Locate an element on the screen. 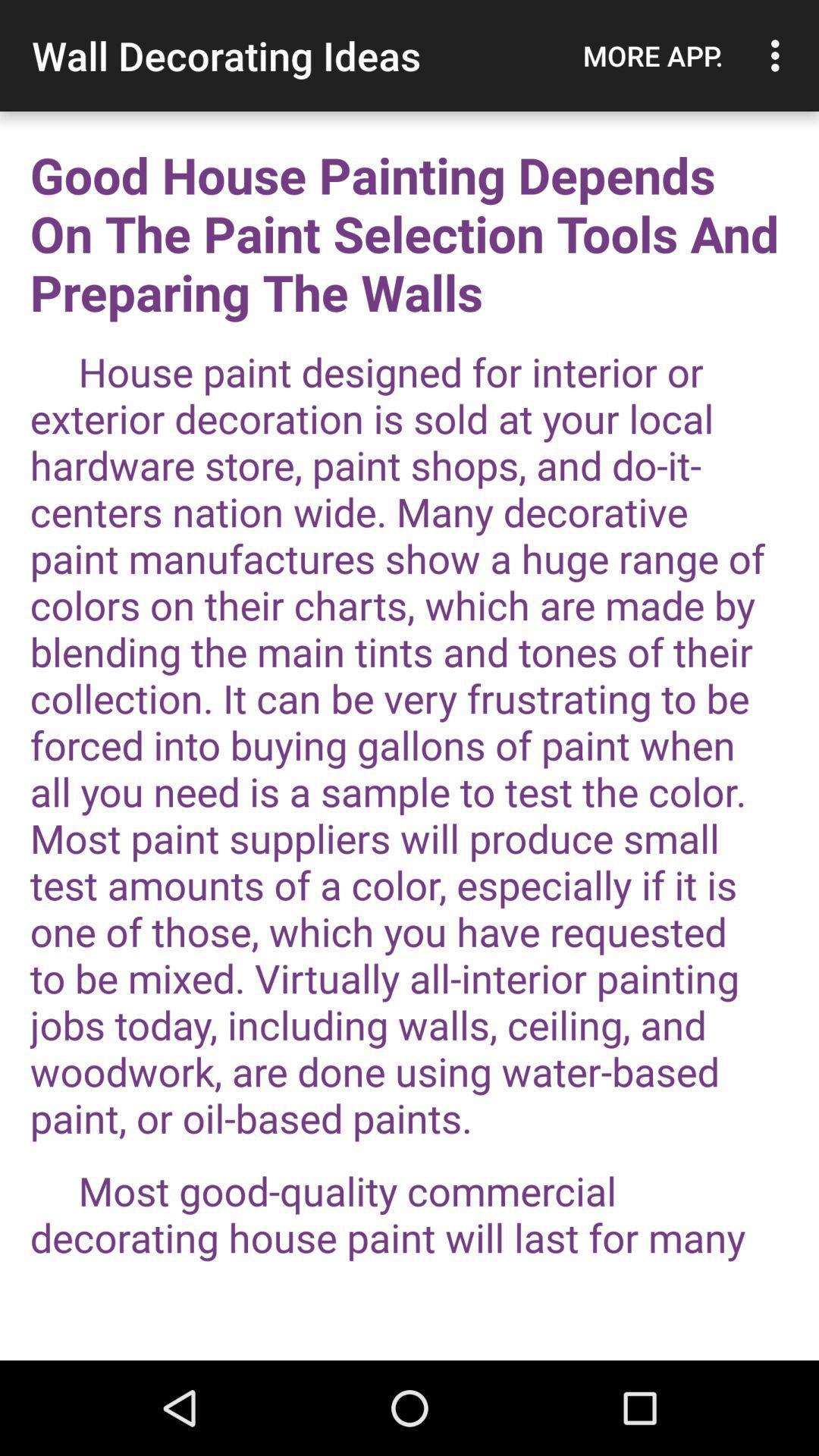  the more app. item is located at coordinates (652, 55).